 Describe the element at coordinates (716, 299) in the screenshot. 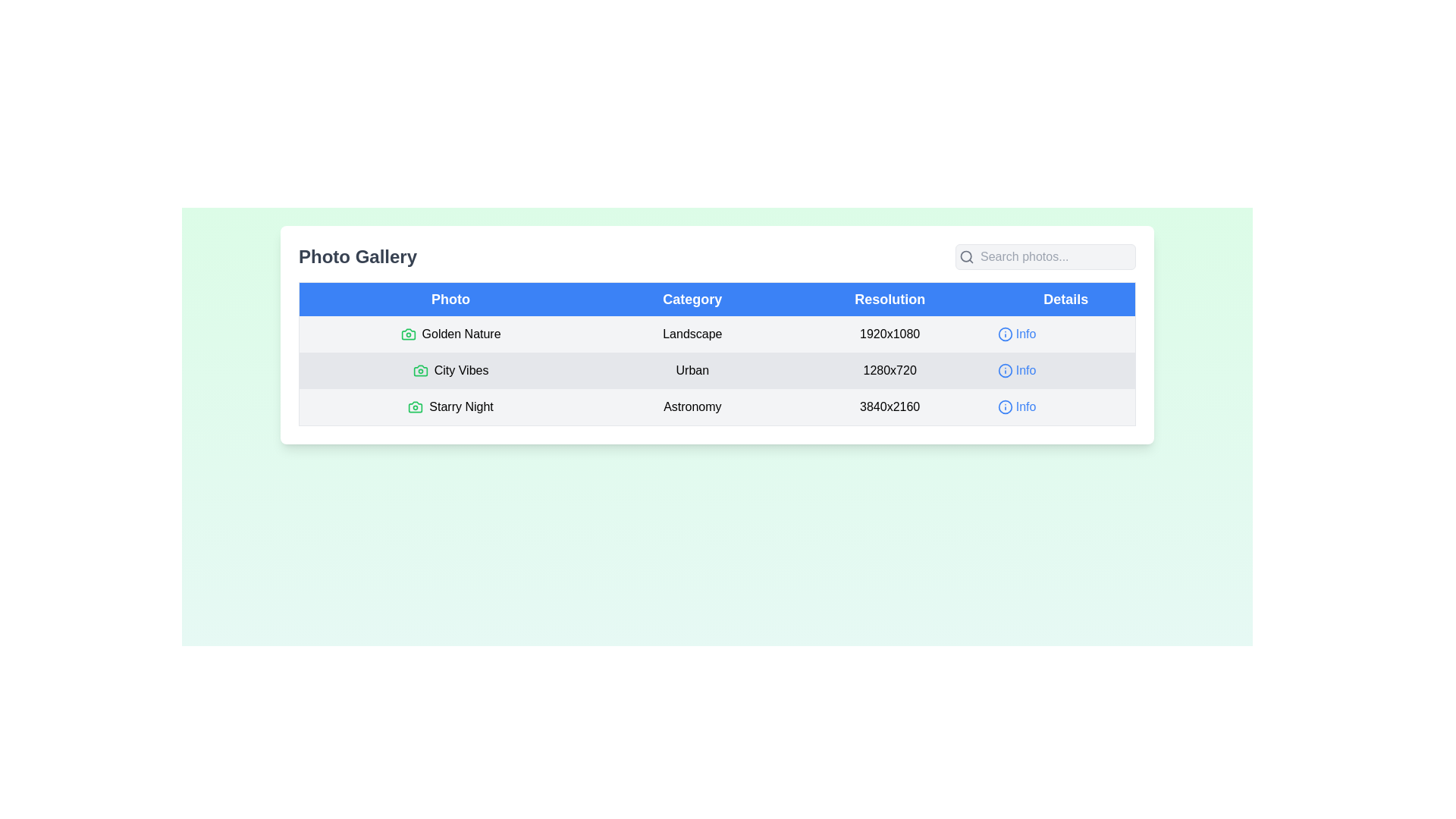

I see `the header row of the table, specifically the 'Category' text, which is part of a rectangular blue bar with white bold text` at that location.